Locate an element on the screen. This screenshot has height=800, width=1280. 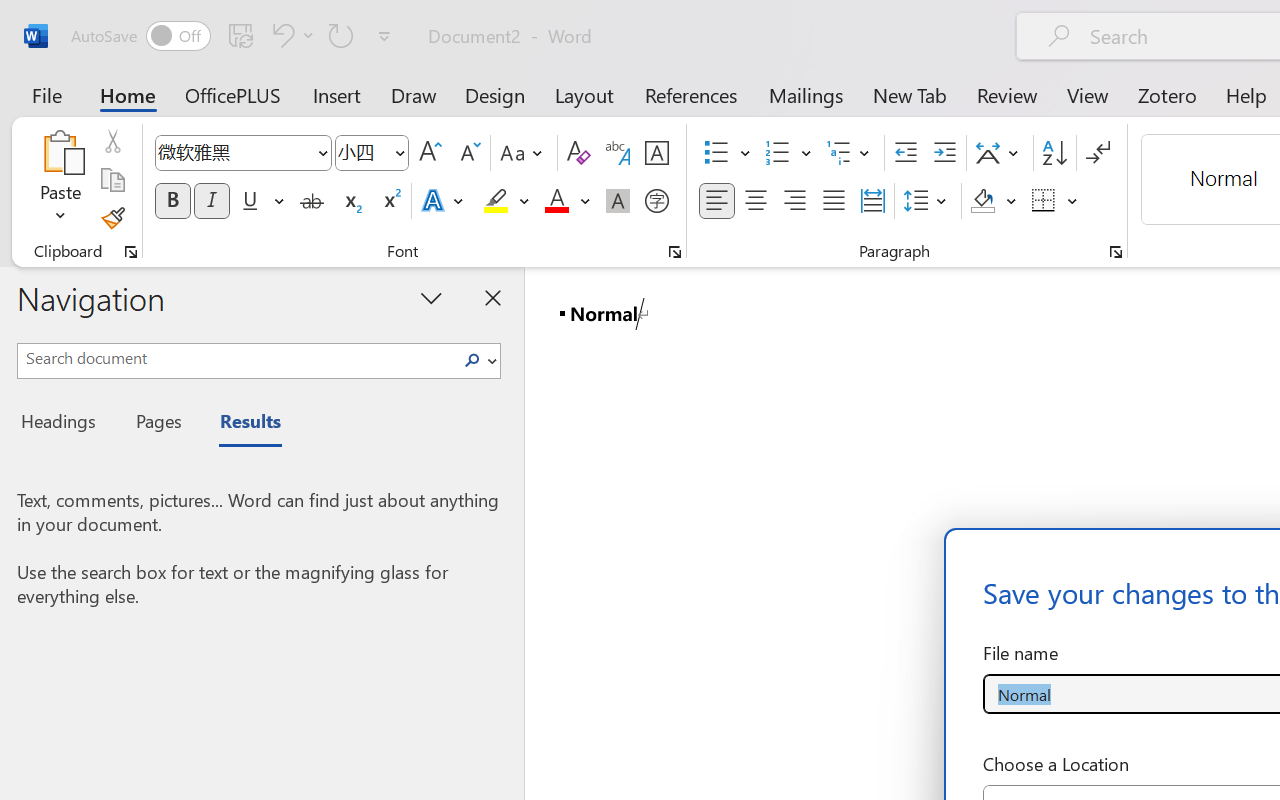
'Draw' is located at coordinates (413, 94).